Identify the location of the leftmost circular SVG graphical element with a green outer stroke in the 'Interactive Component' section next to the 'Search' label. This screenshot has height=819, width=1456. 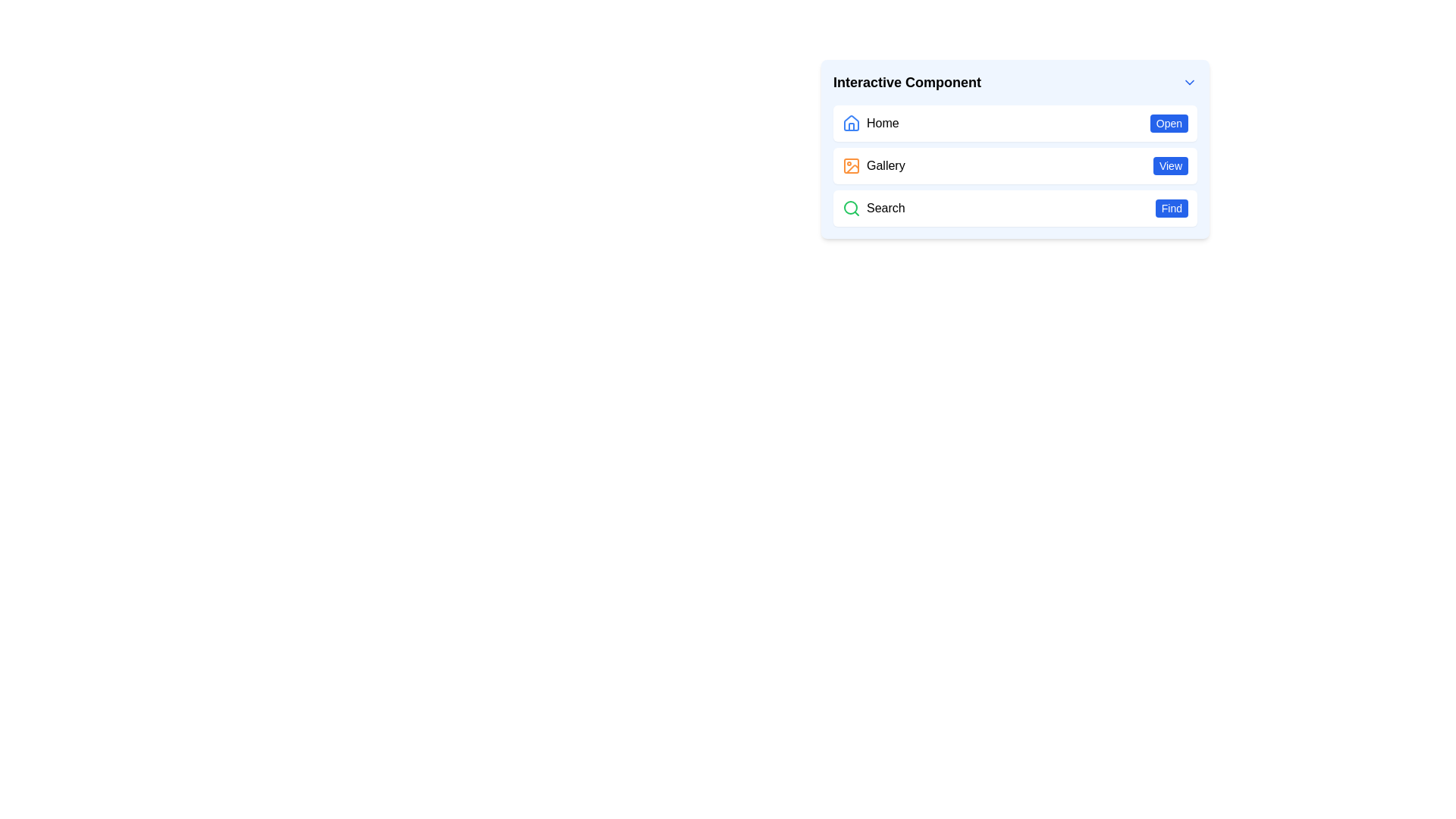
(851, 207).